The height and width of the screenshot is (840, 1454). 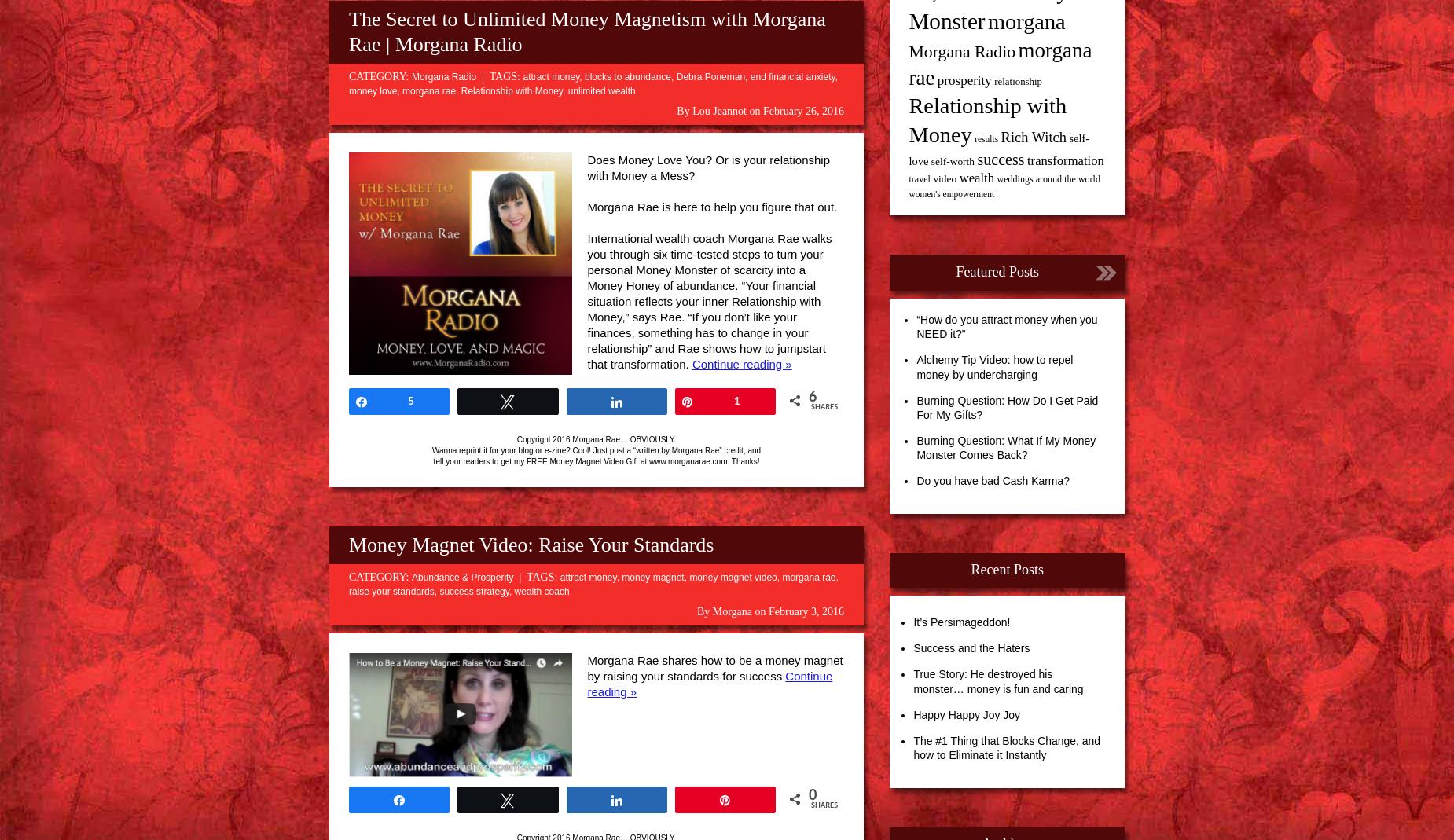 What do you see at coordinates (587, 30) in the screenshot?
I see `'The Secret to Unlimited Money Magnetism with Morgana Rae | Morgana Radio'` at bounding box center [587, 30].